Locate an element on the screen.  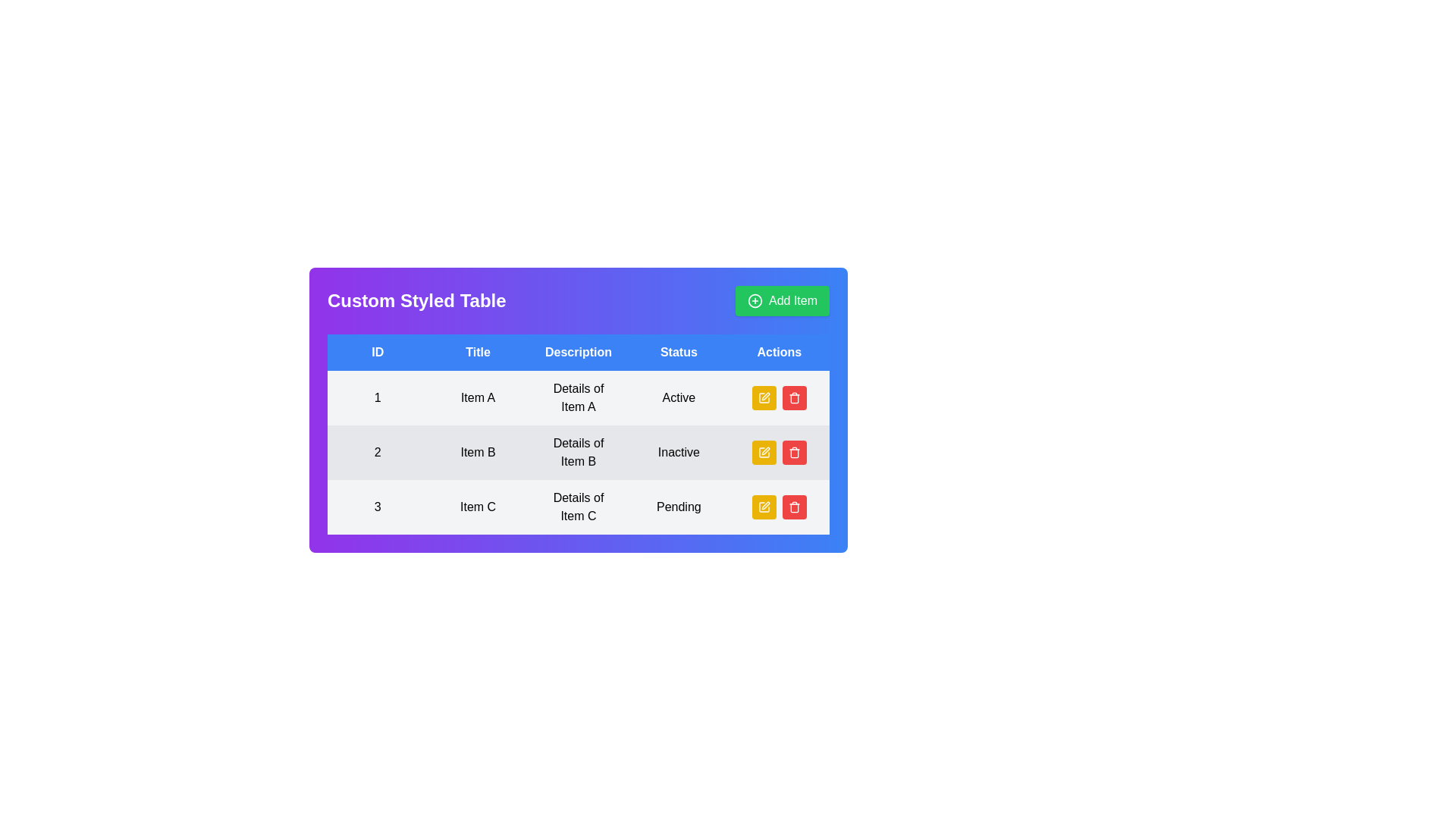
the 'Actions' text label with a blue background located in the header row of the table, positioned to the far right after the 'Status' column header is located at coordinates (779, 353).